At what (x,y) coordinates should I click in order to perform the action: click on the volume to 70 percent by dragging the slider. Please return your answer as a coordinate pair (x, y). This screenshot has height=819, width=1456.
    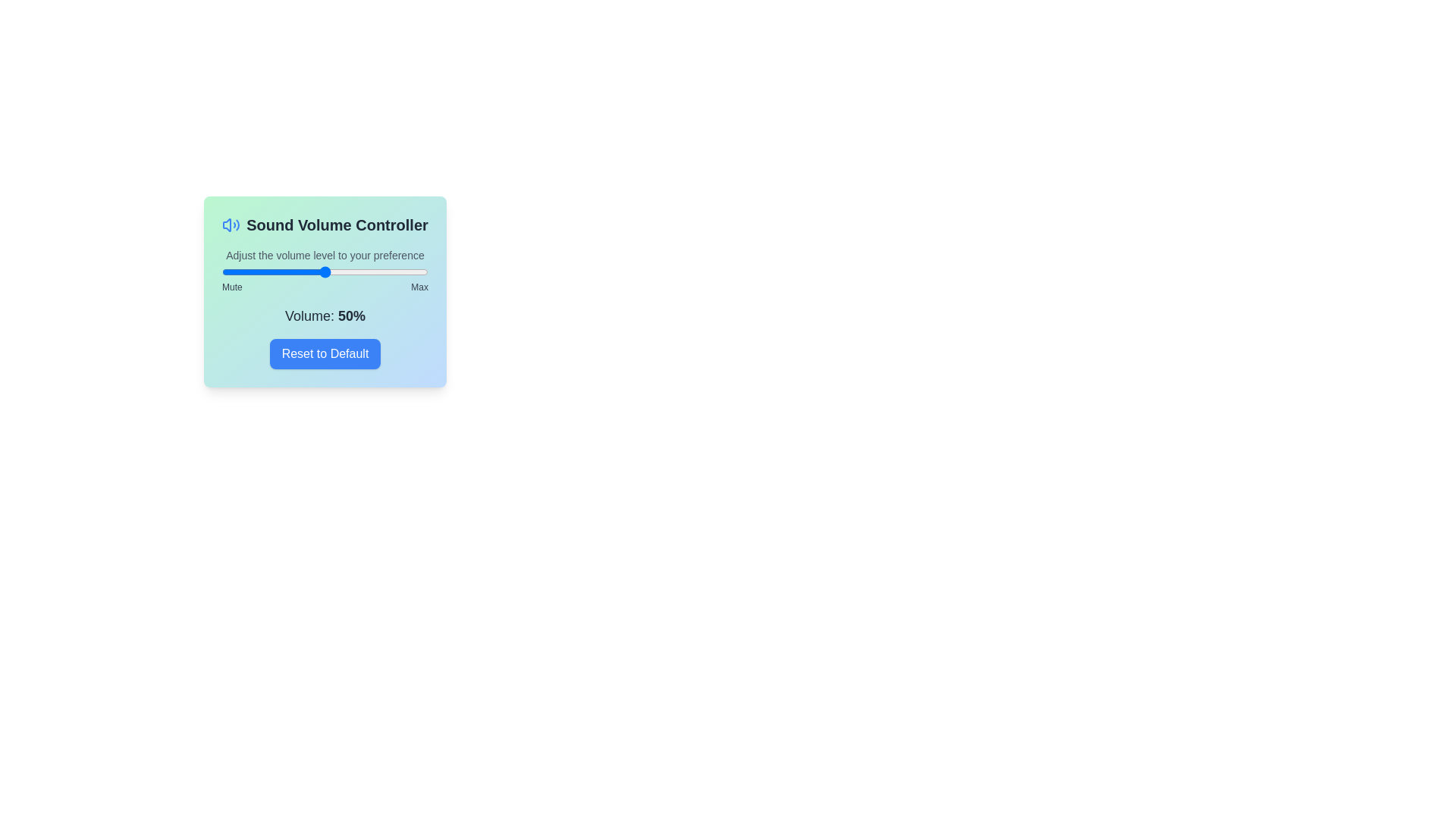
    Looking at the image, I should click on (366, 271).